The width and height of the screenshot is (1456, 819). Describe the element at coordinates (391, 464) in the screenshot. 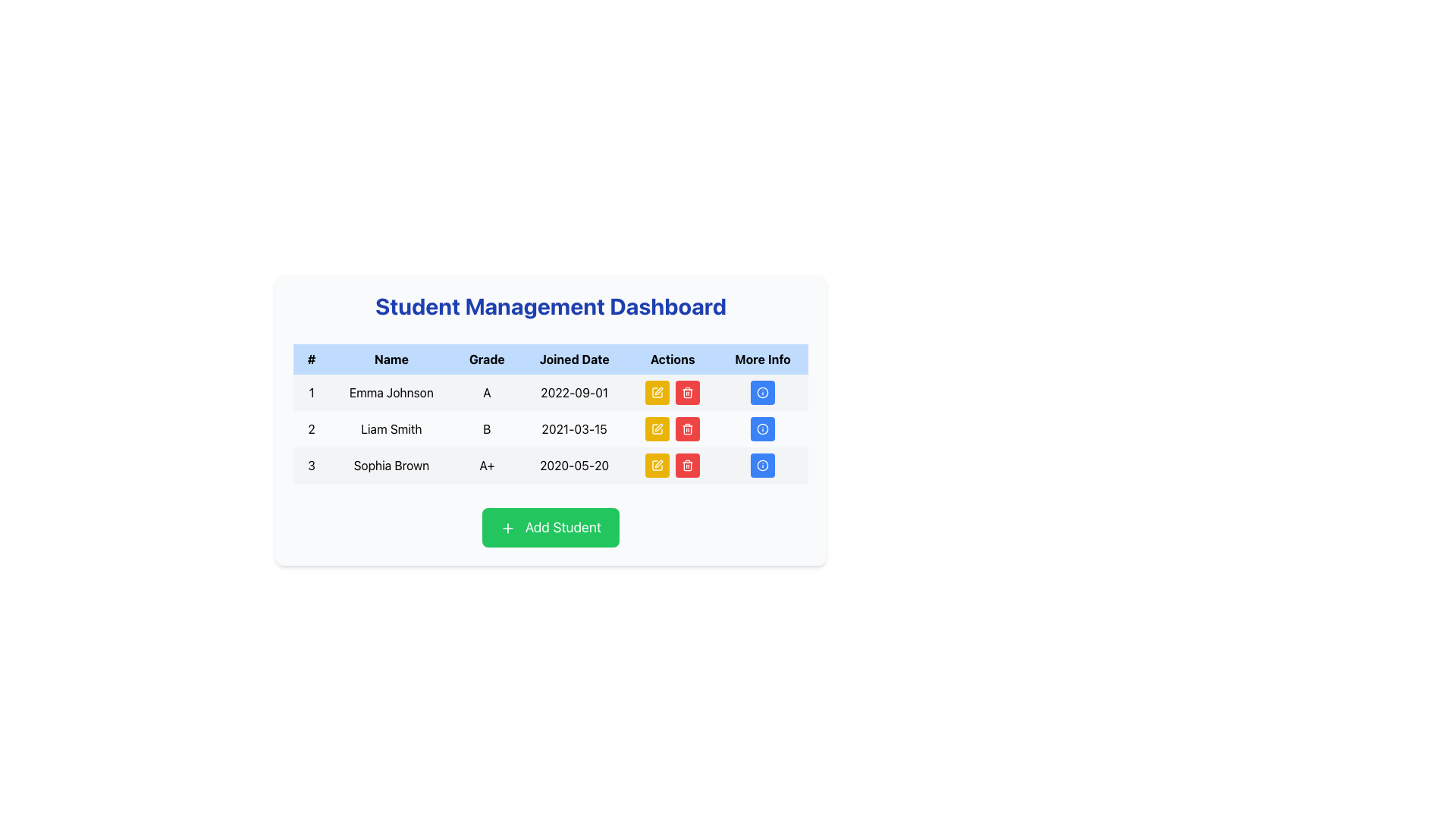

I see `text displayed in the second cell of the third row under the 'Name' header, which shows 'Sophia Brown'` at that location.